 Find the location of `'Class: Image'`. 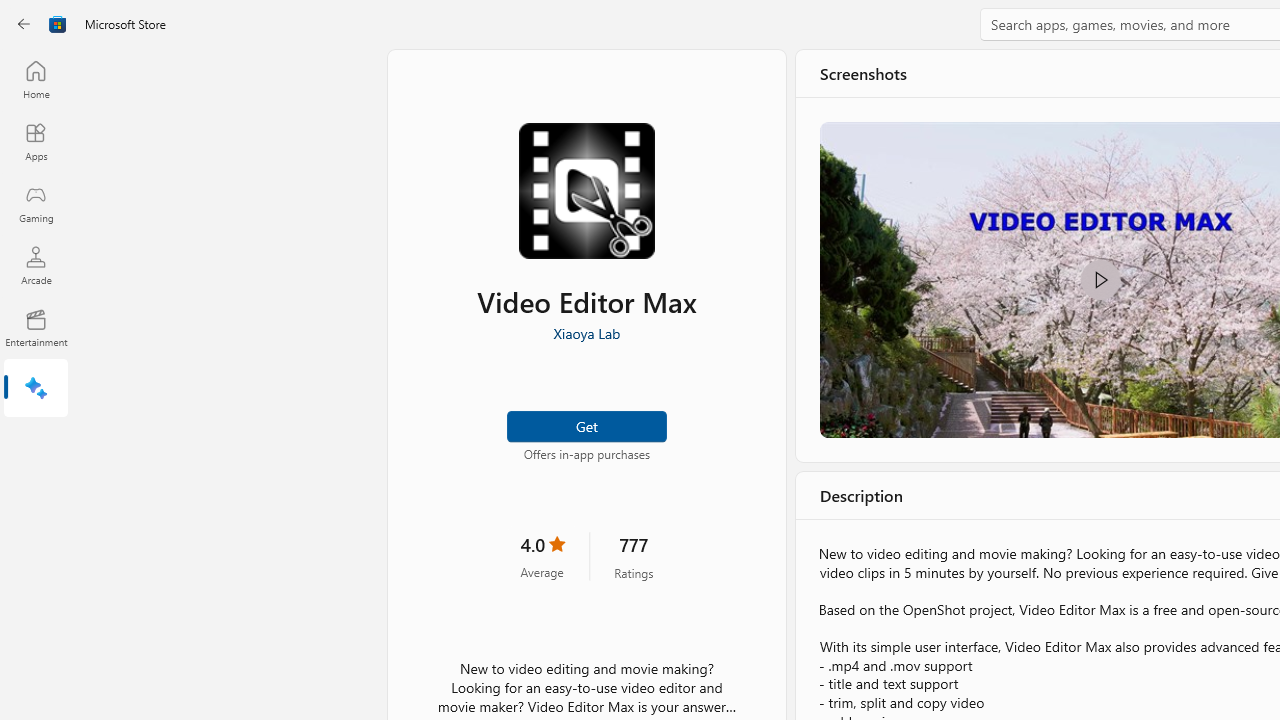

'Class: Image' is located at coordinates (58, 24).